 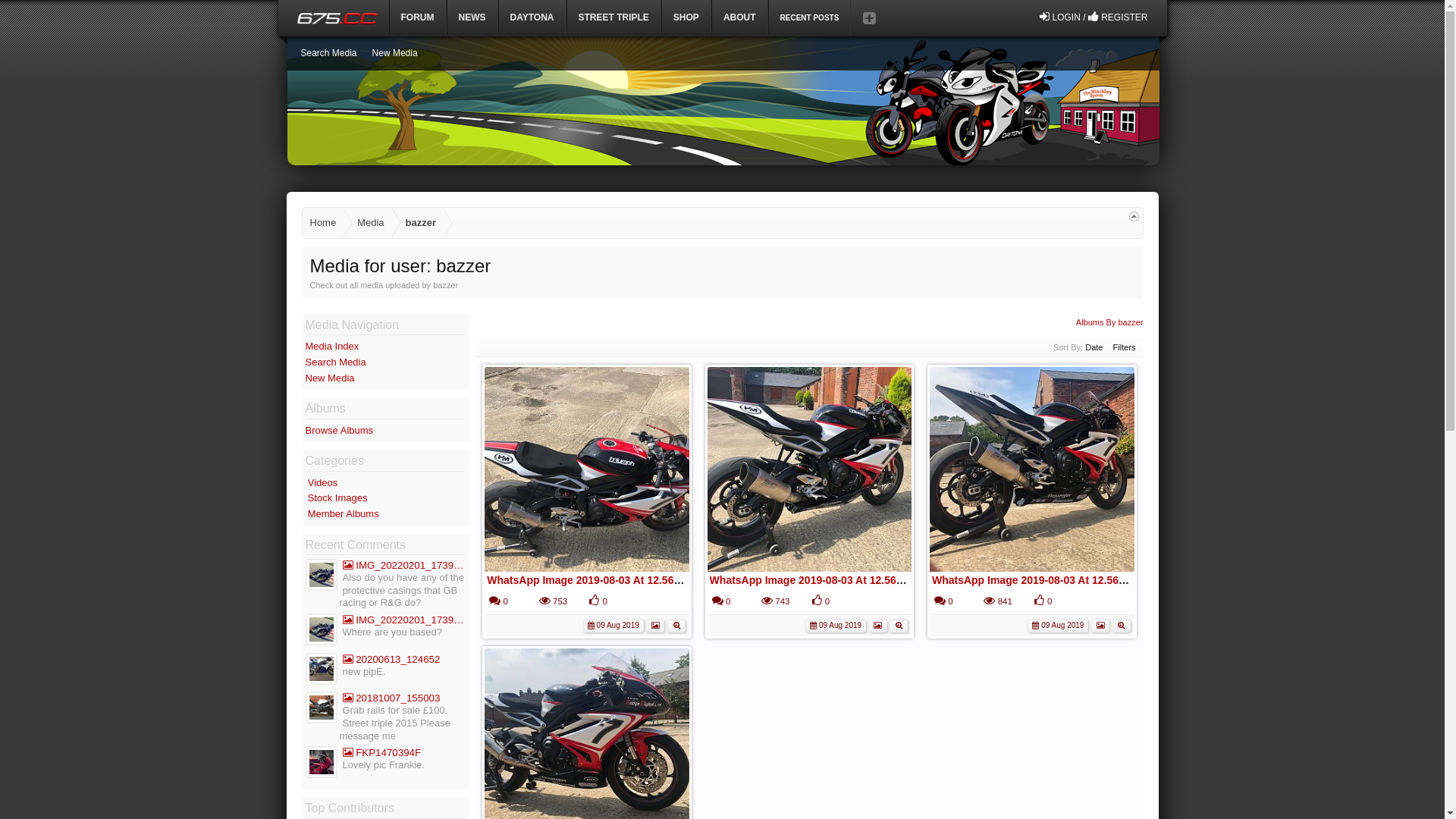 What do you see at coordinates (1075, 321) in the screenshot?
I see `'Albums By bazzer'` at bounding box center [1075, 321].